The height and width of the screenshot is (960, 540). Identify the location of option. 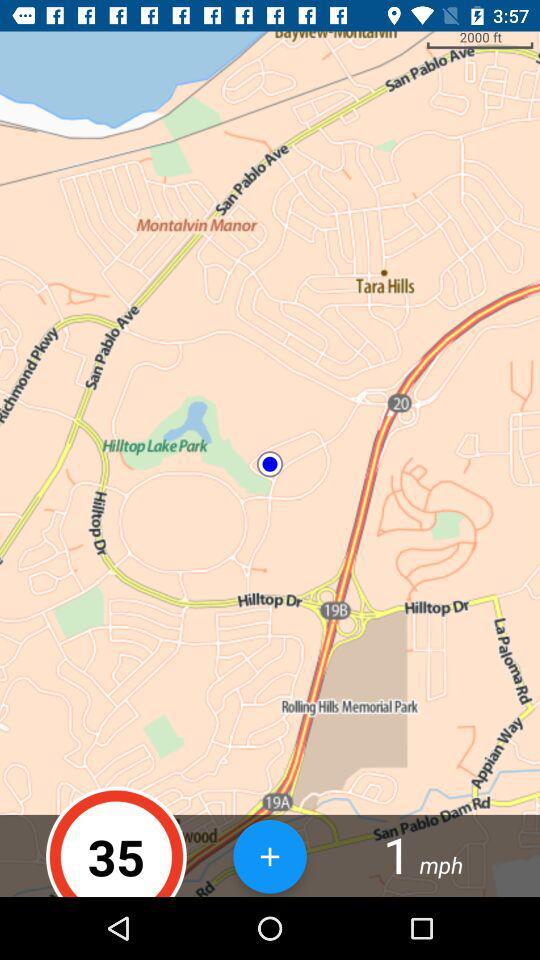
(270, 855).